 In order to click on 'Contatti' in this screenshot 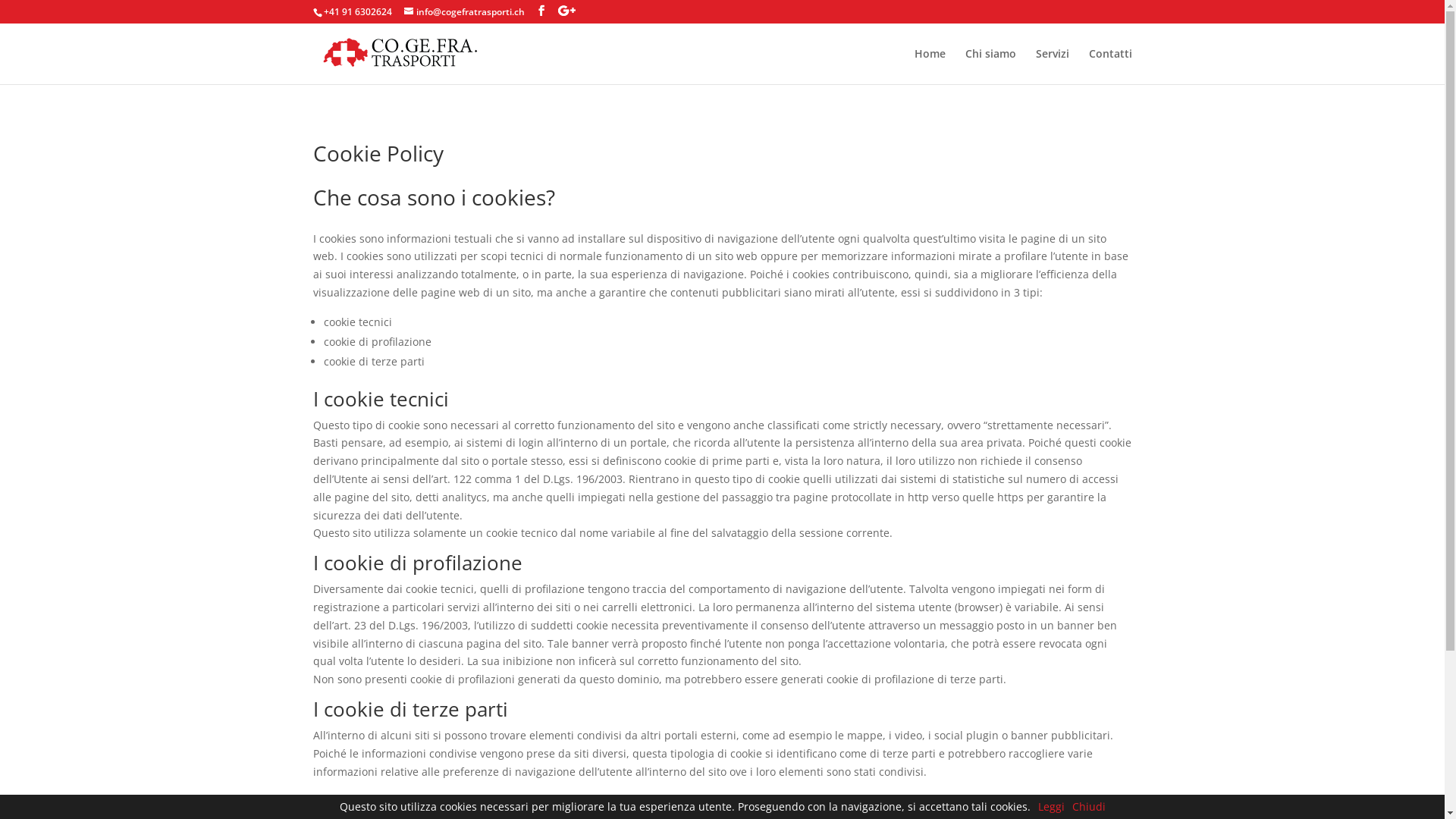, I will do `click(1110, 65)`.